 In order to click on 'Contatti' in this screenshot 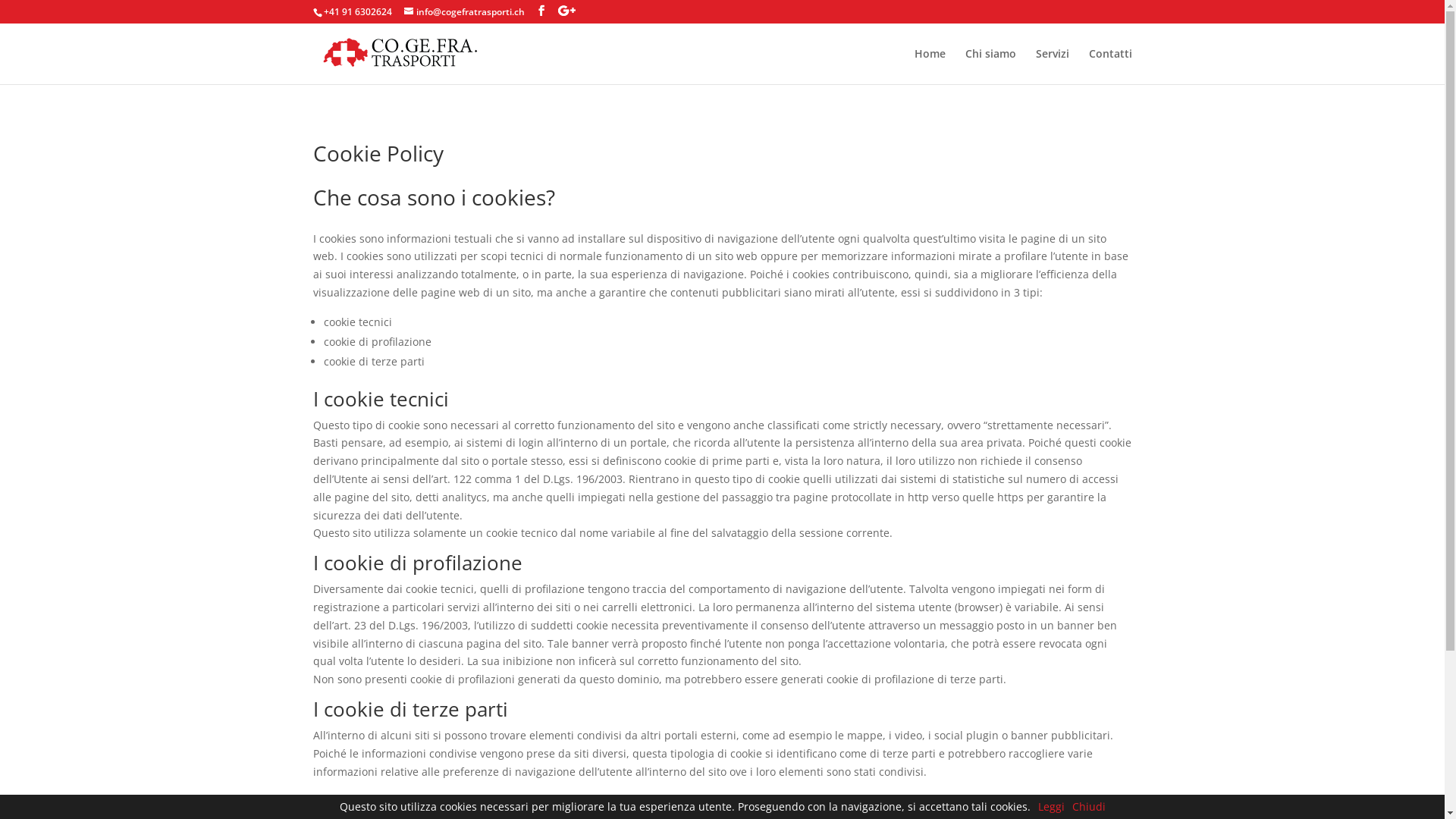, I will do `click(1110, 65)`.